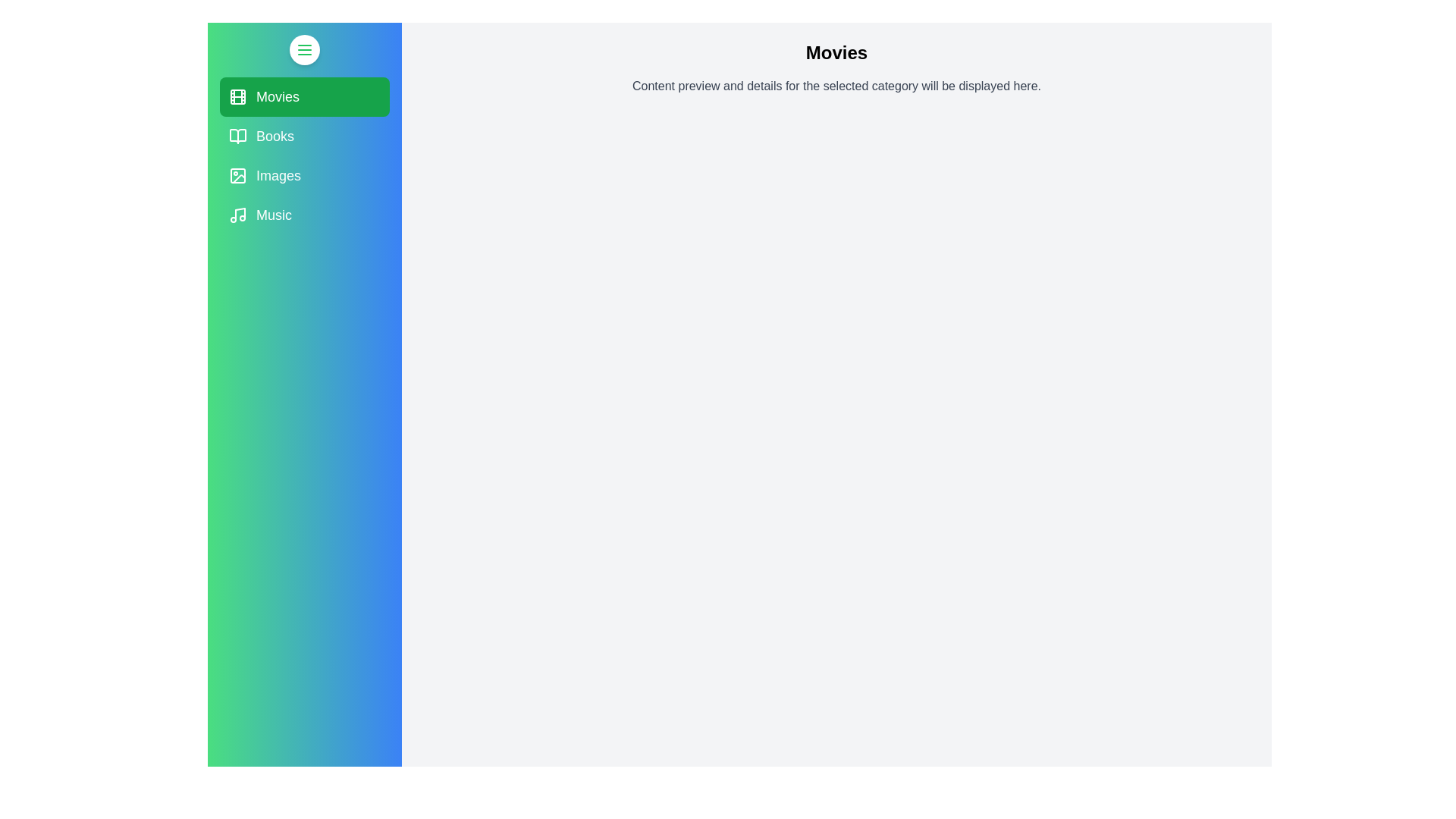 This screenshot has width=1456, height=819. What do you see at coordinates (304, 174) in the screenshot?
I see `the category Images to view its details` at bounding box center [304, 174].